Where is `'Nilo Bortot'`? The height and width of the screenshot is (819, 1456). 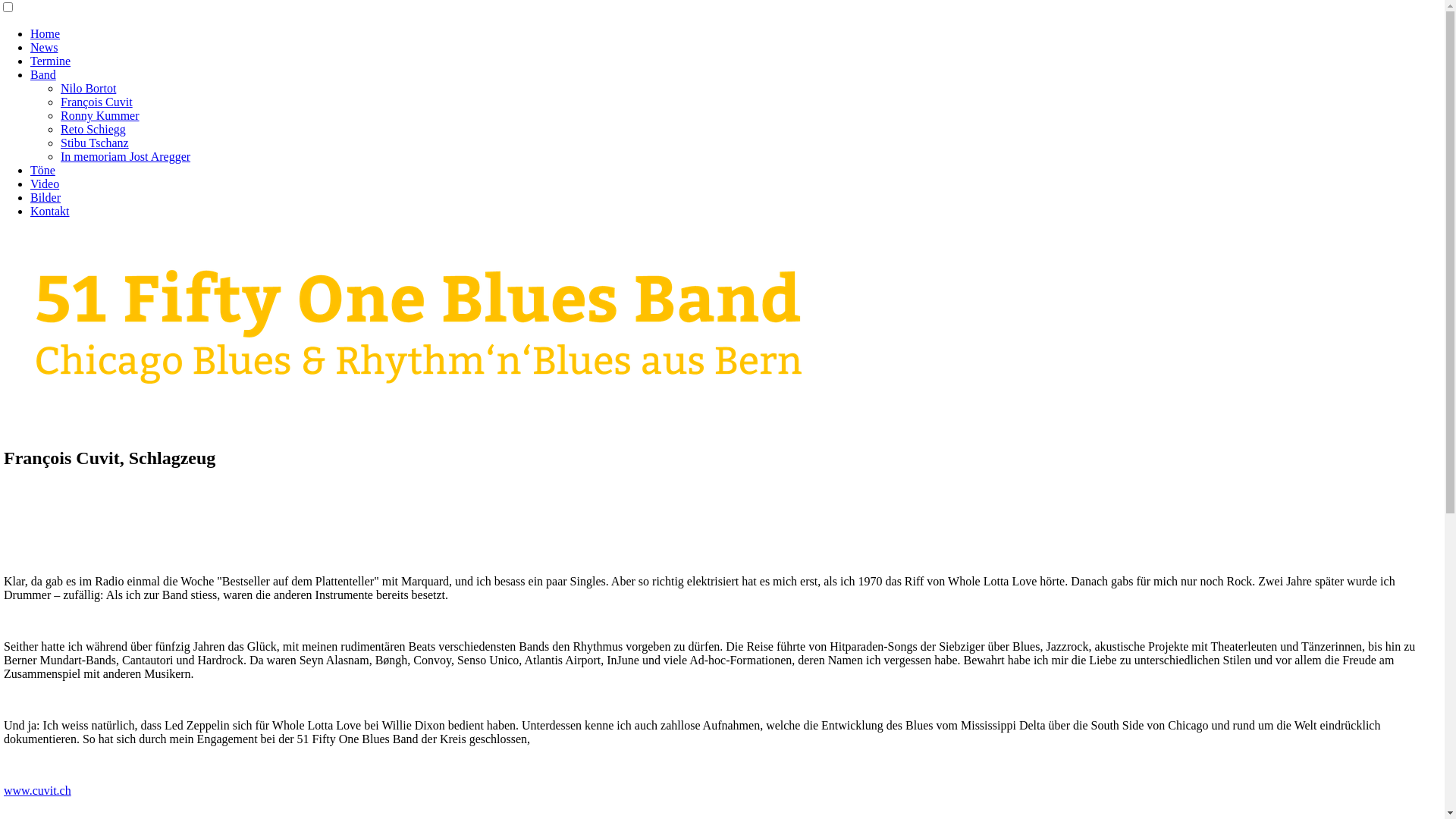 'Nilo Bortot' is located at coordinates (87, 88).